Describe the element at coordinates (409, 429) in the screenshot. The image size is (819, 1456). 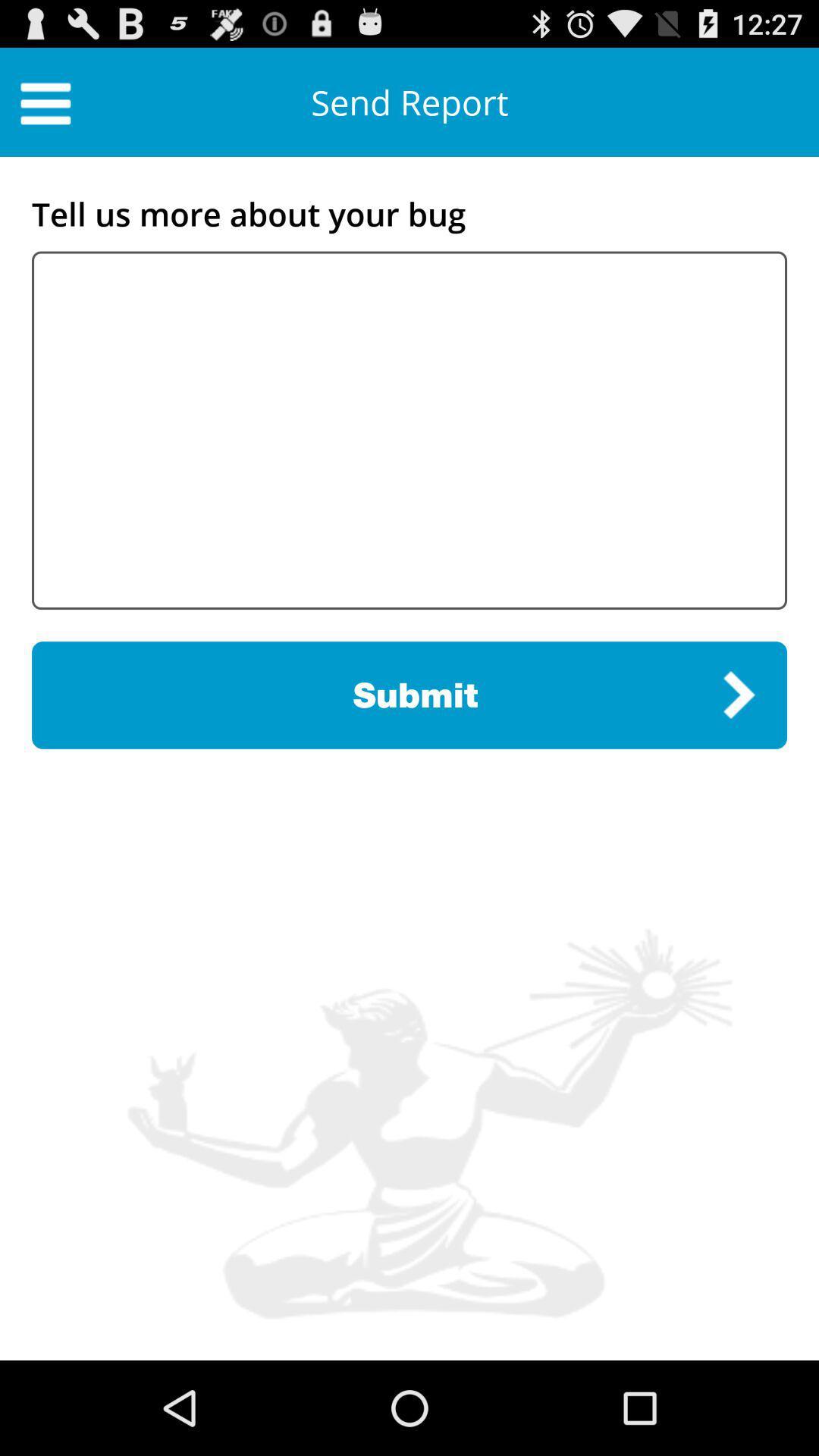
I see `description for your blog` at that location.